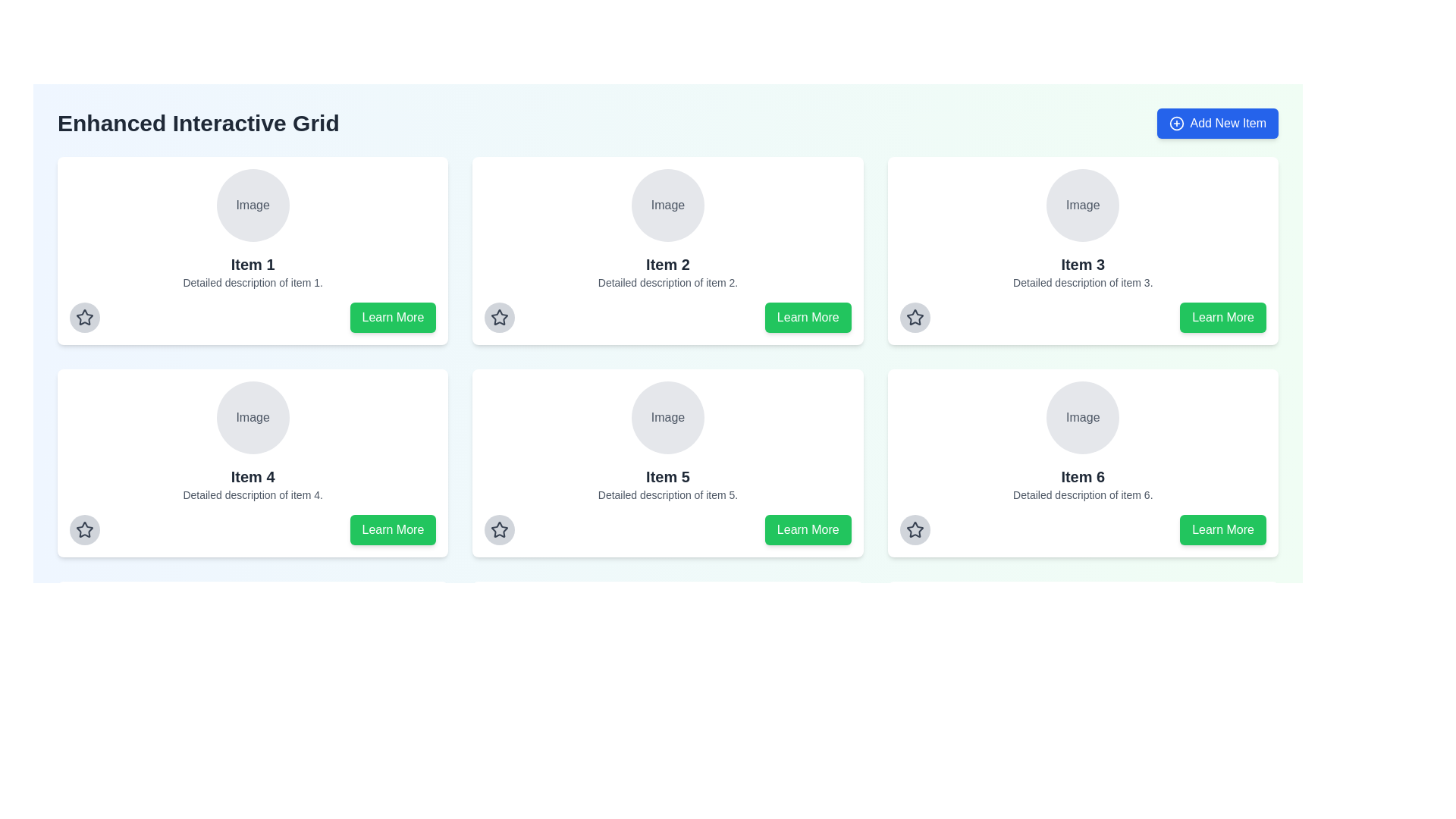 The image size is (1456, 819). What do you see at coordinates (253, 418) in the screenshot?
I see `the Text Label in Item 4 card, located in the second row and first column, to read its content` at bounding box center [253, 418].